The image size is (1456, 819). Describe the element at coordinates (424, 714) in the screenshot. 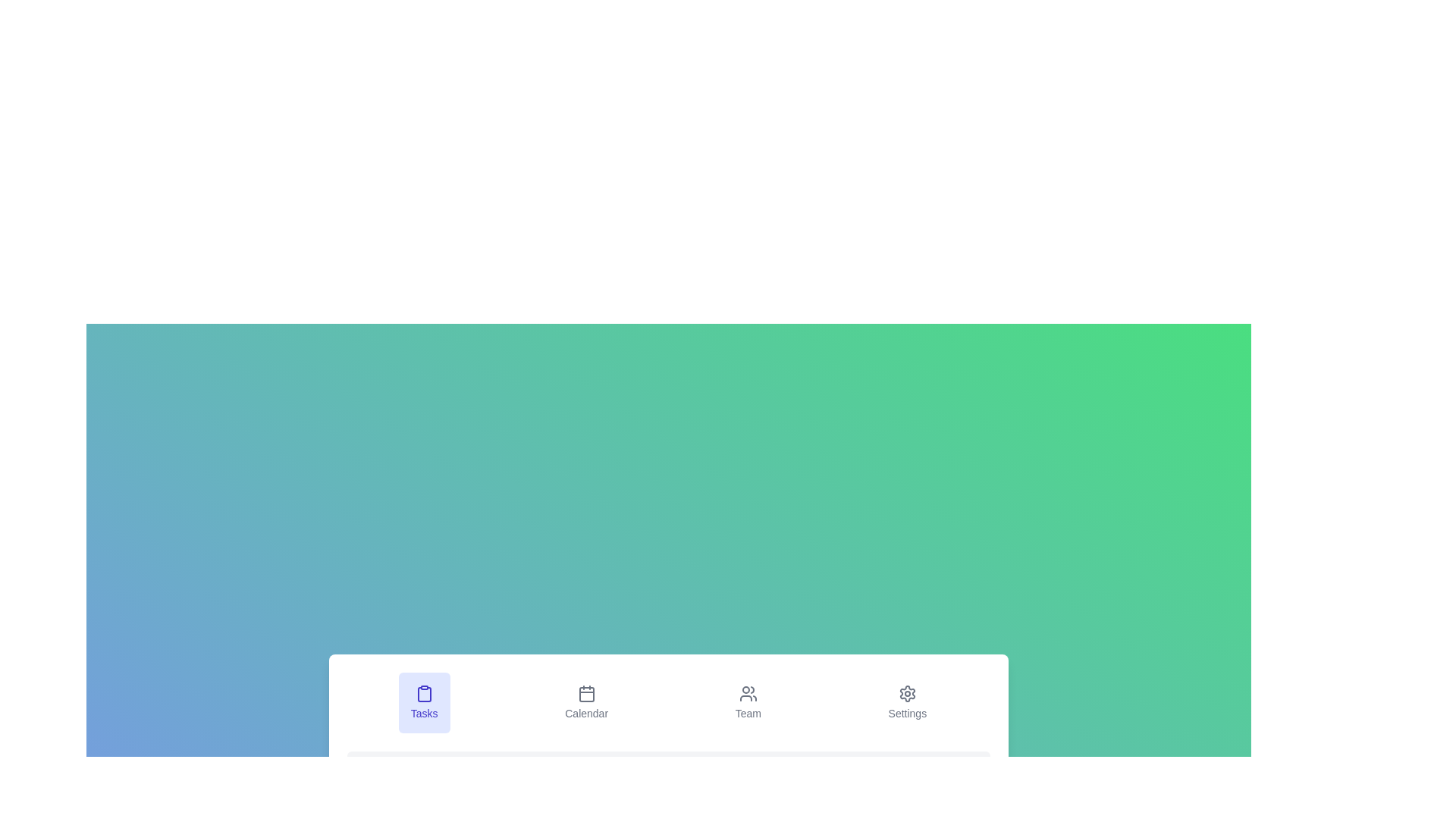

I see `the 'Tasks' text label element located in the navigation bar below the clipboard icon` at that location.